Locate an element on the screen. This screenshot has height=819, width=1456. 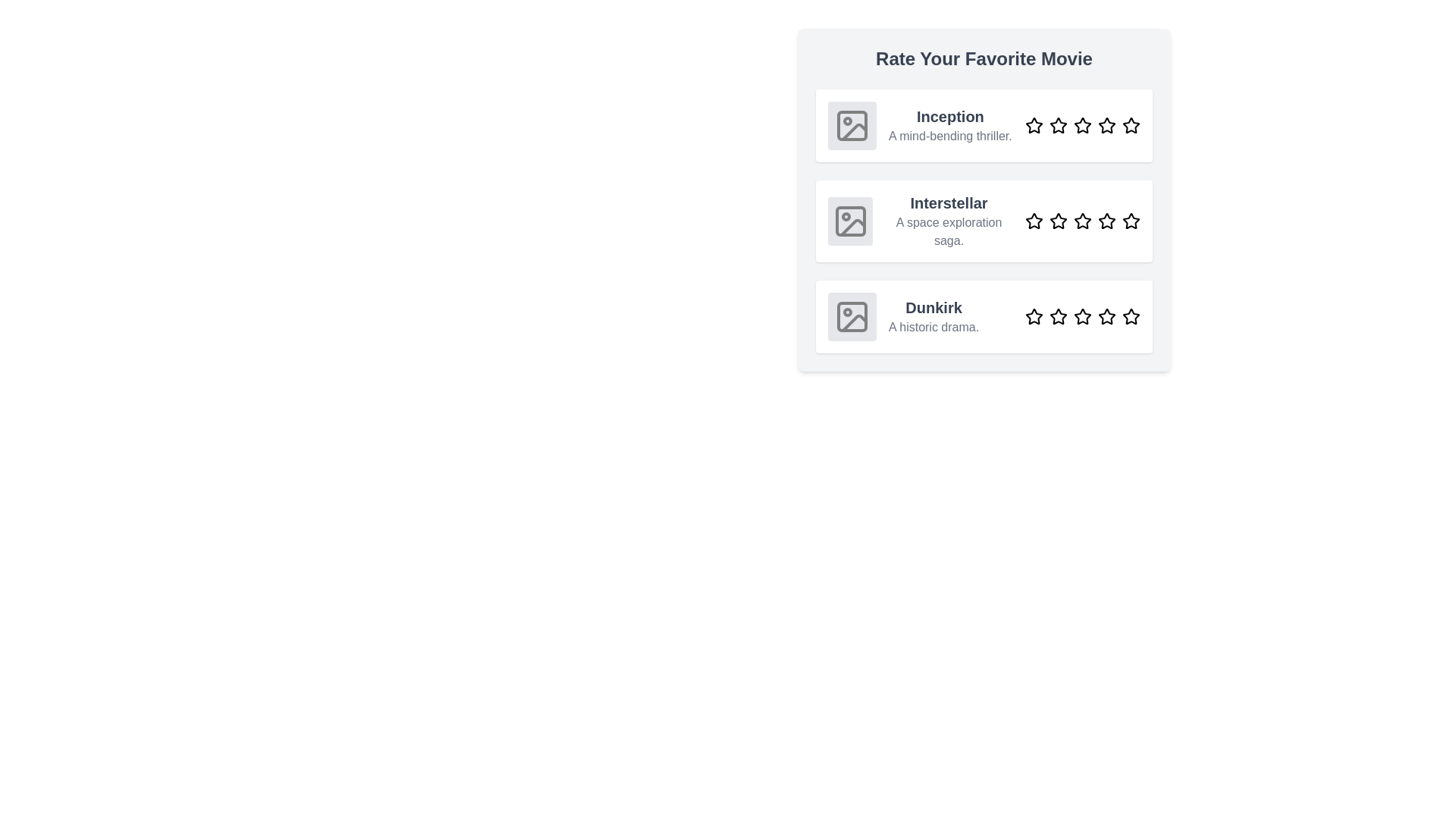
title and synopsis displayed for the movie 'Inception' in the top card of the movie list is located at coordinates (949, 124).